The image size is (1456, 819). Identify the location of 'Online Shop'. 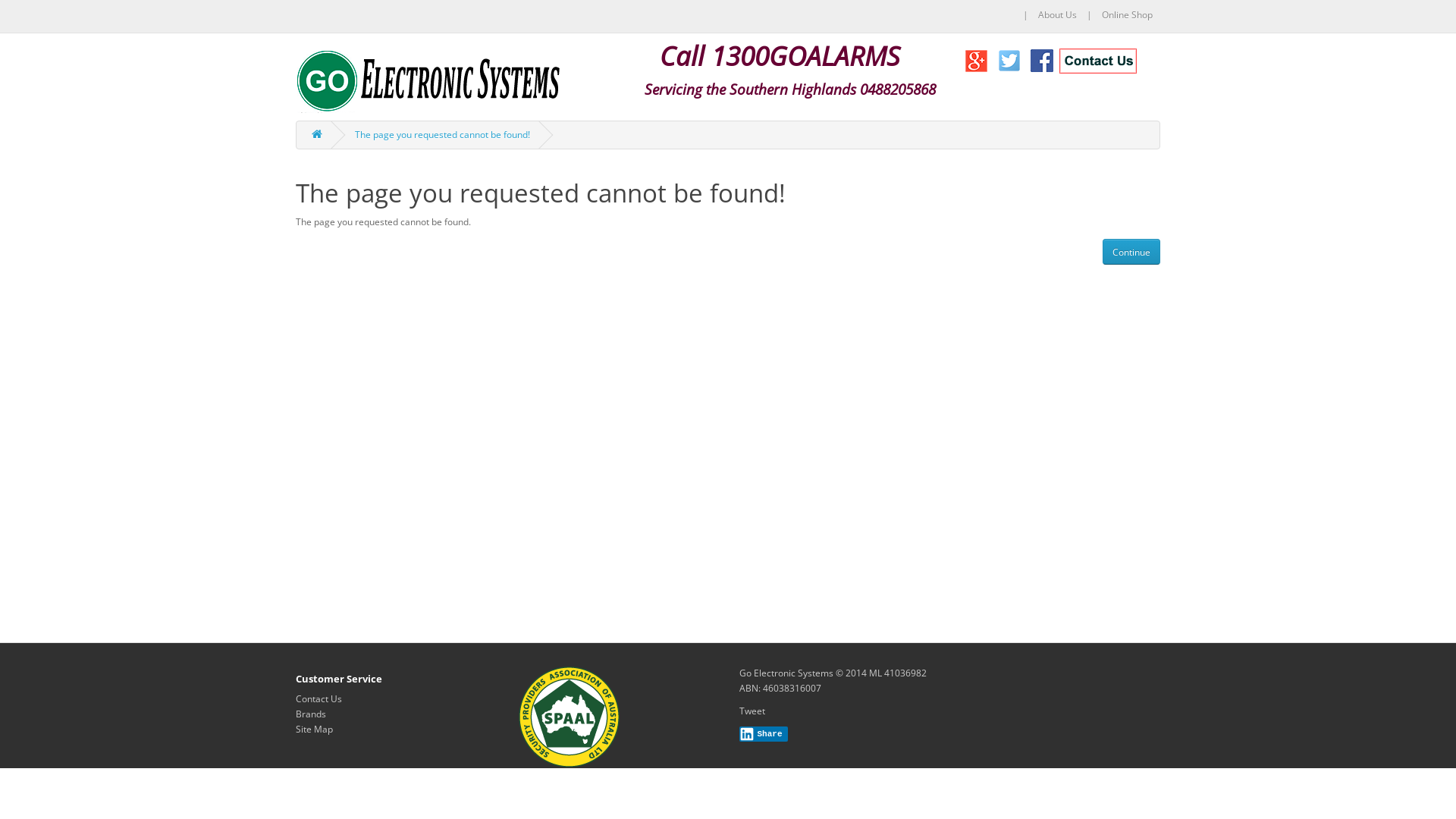
(1127, 14).